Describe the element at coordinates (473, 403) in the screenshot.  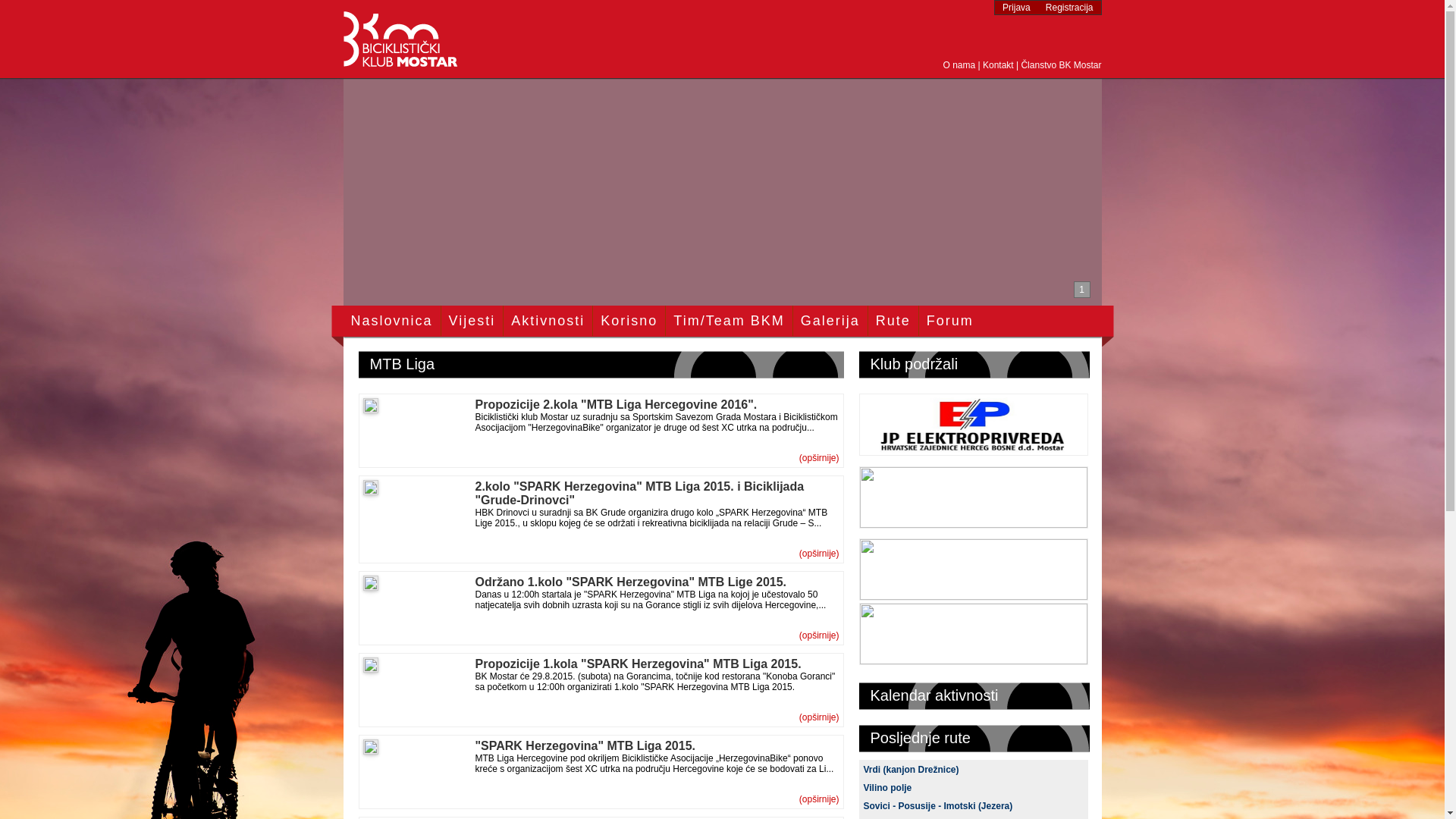
I see `'Propozicije 2.kola "MTB Liga Hercegovine 2016".'` at that location.